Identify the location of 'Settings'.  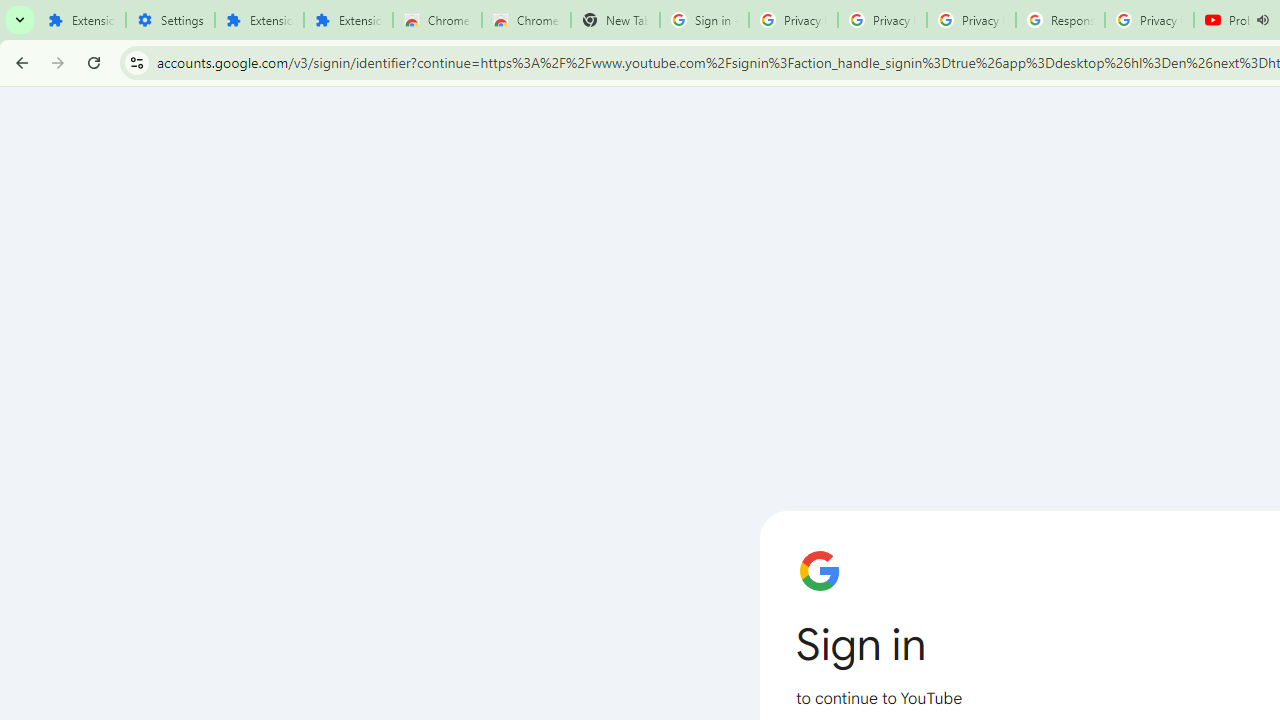
(170, 20).